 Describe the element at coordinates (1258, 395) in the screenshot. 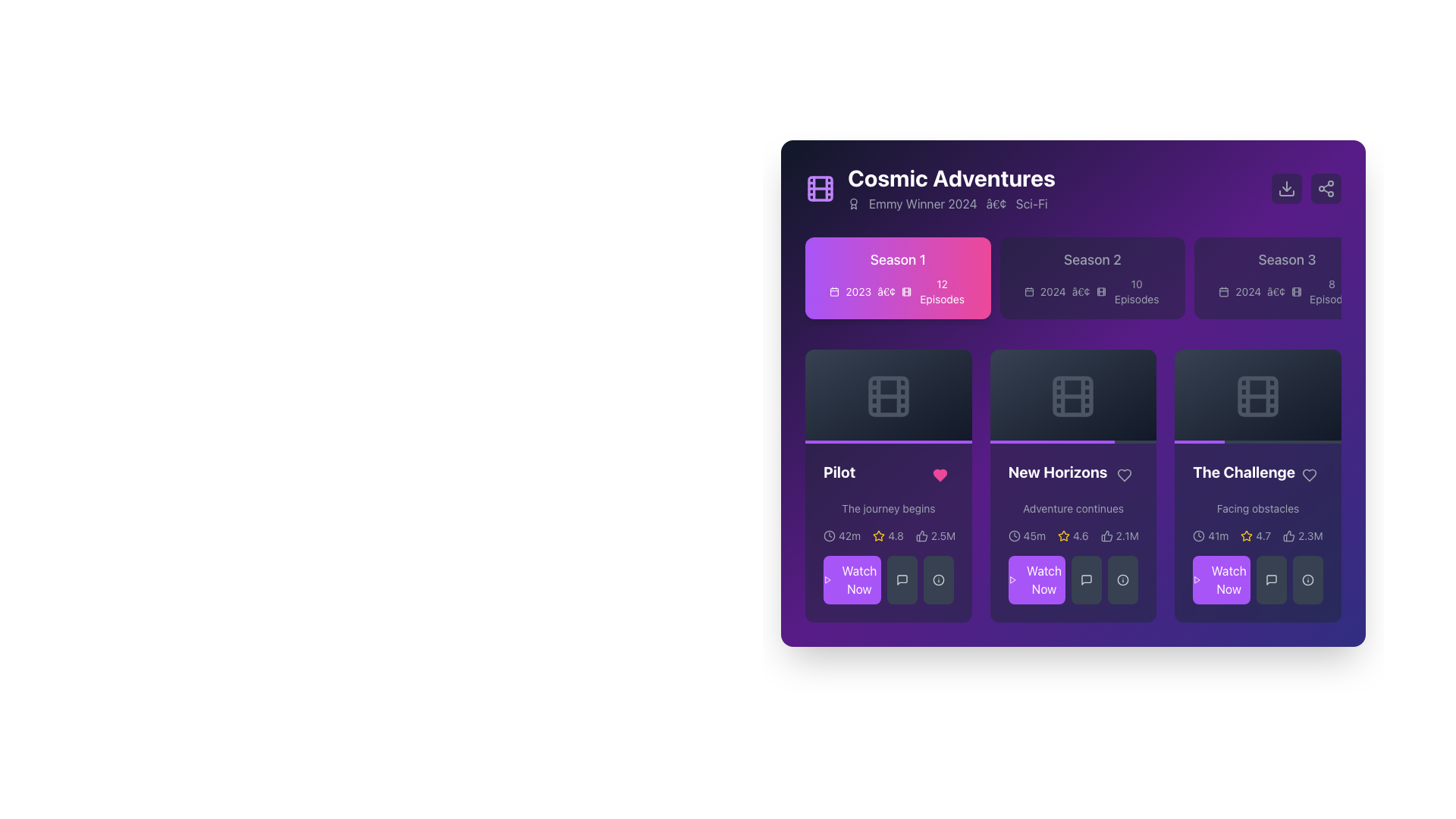

I see `the gray filmstrip icon located in the rightmost card of the second row, under 'The Challenge'` at that location.